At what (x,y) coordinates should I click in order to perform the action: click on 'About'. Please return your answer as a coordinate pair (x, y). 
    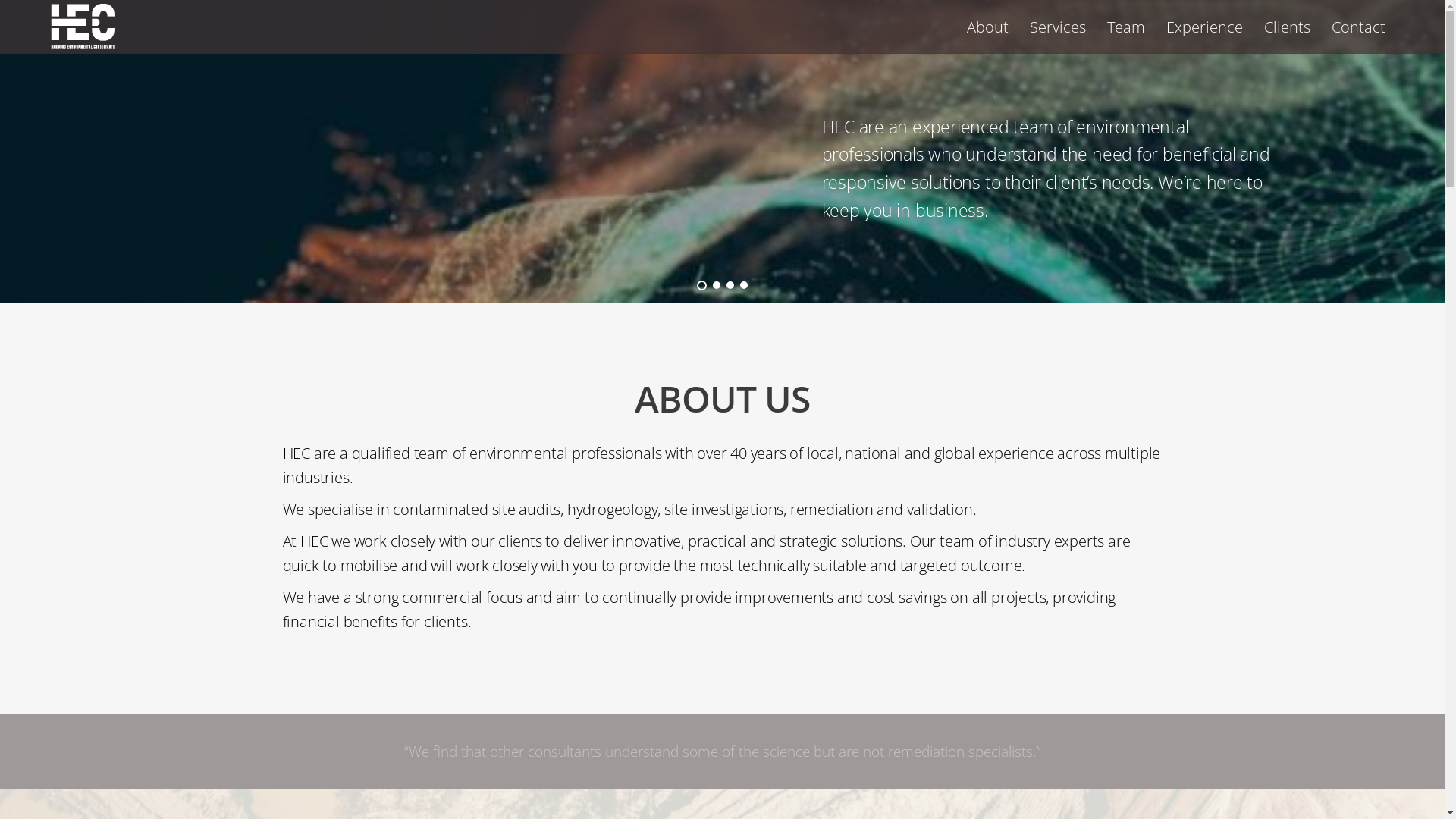
    Looking at the image, I should click on (956, 27).